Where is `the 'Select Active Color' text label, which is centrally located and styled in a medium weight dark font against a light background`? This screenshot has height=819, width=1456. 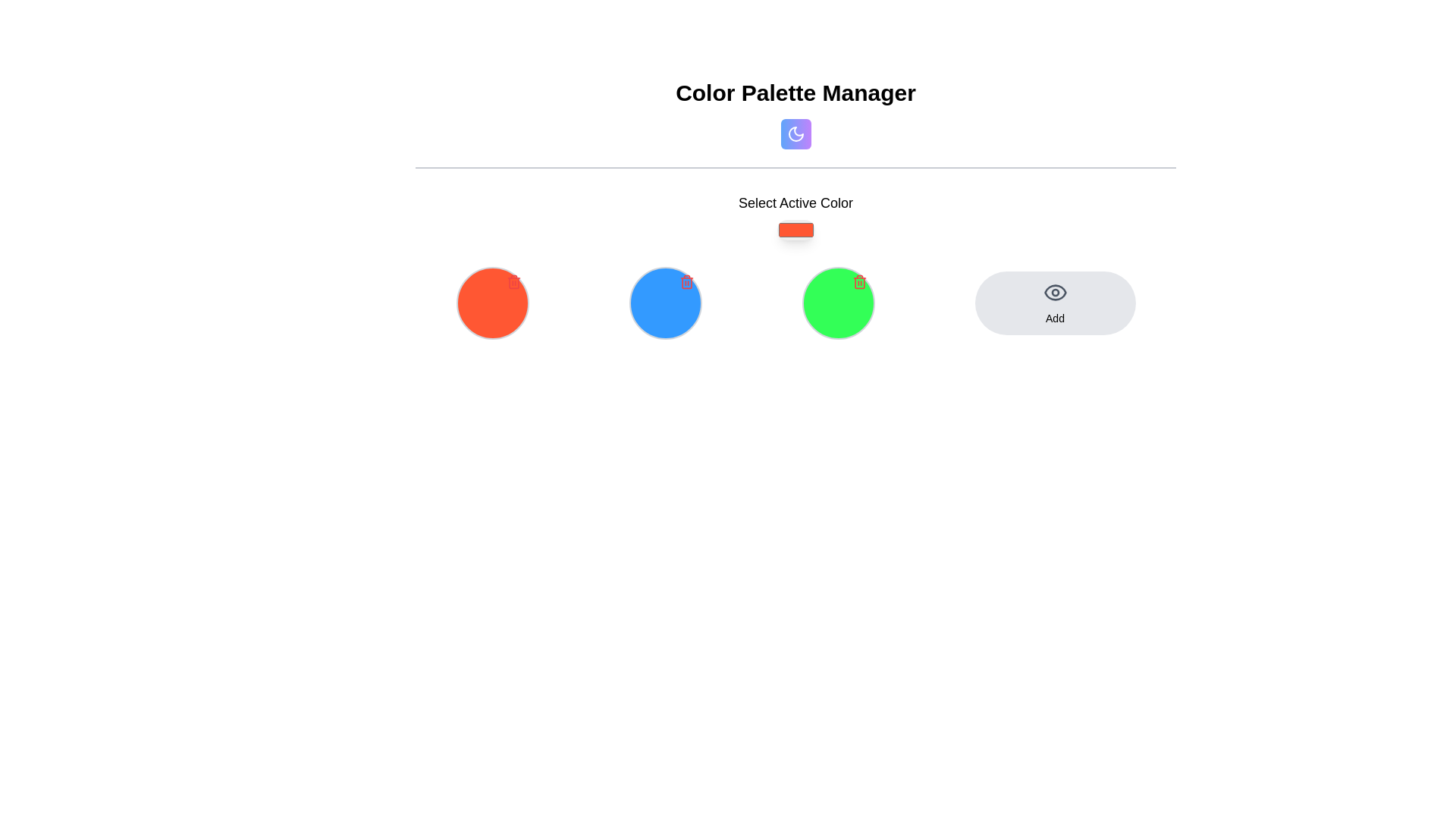 the 'Select Active Color' text label, which is centrally located and styled in a medium weight dark font against a light background is located at coordinates (795, 202).